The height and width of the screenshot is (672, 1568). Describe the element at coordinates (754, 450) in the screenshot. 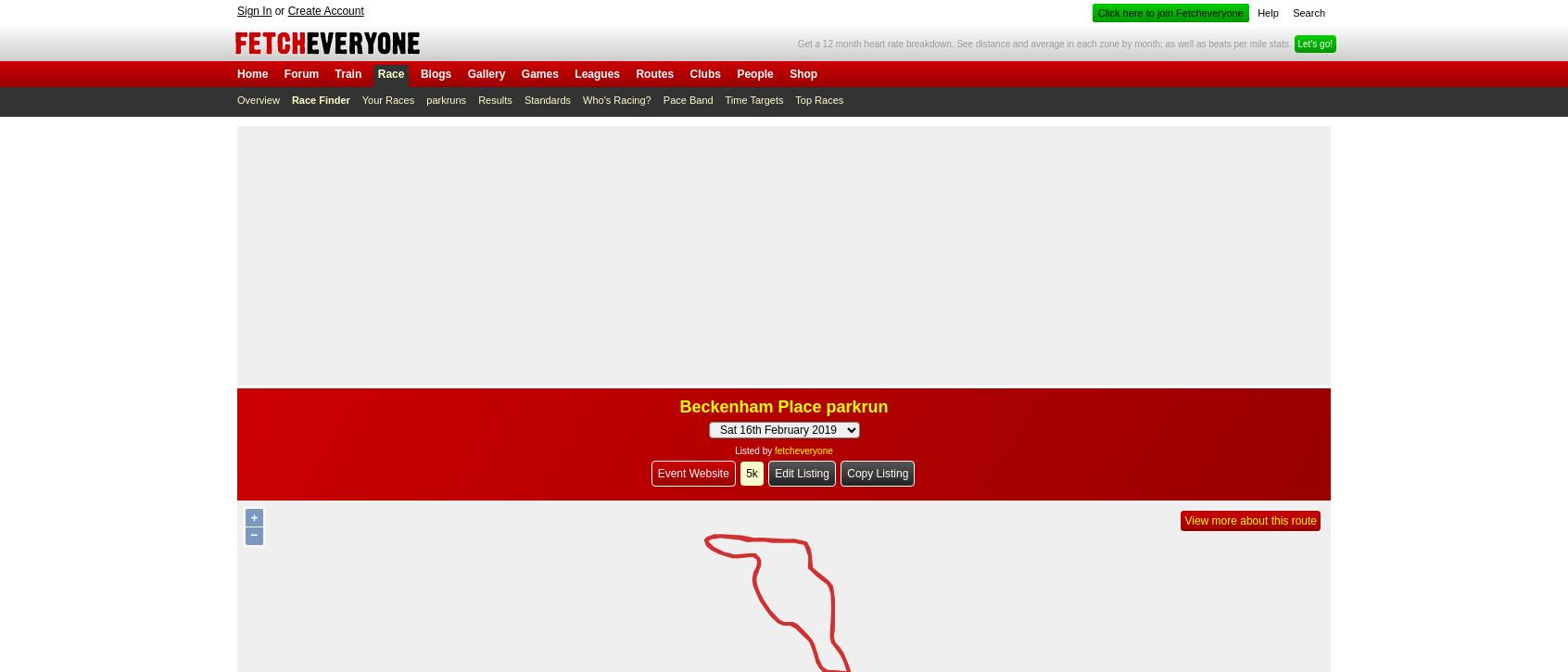

I see `'Listed by'` at that location.